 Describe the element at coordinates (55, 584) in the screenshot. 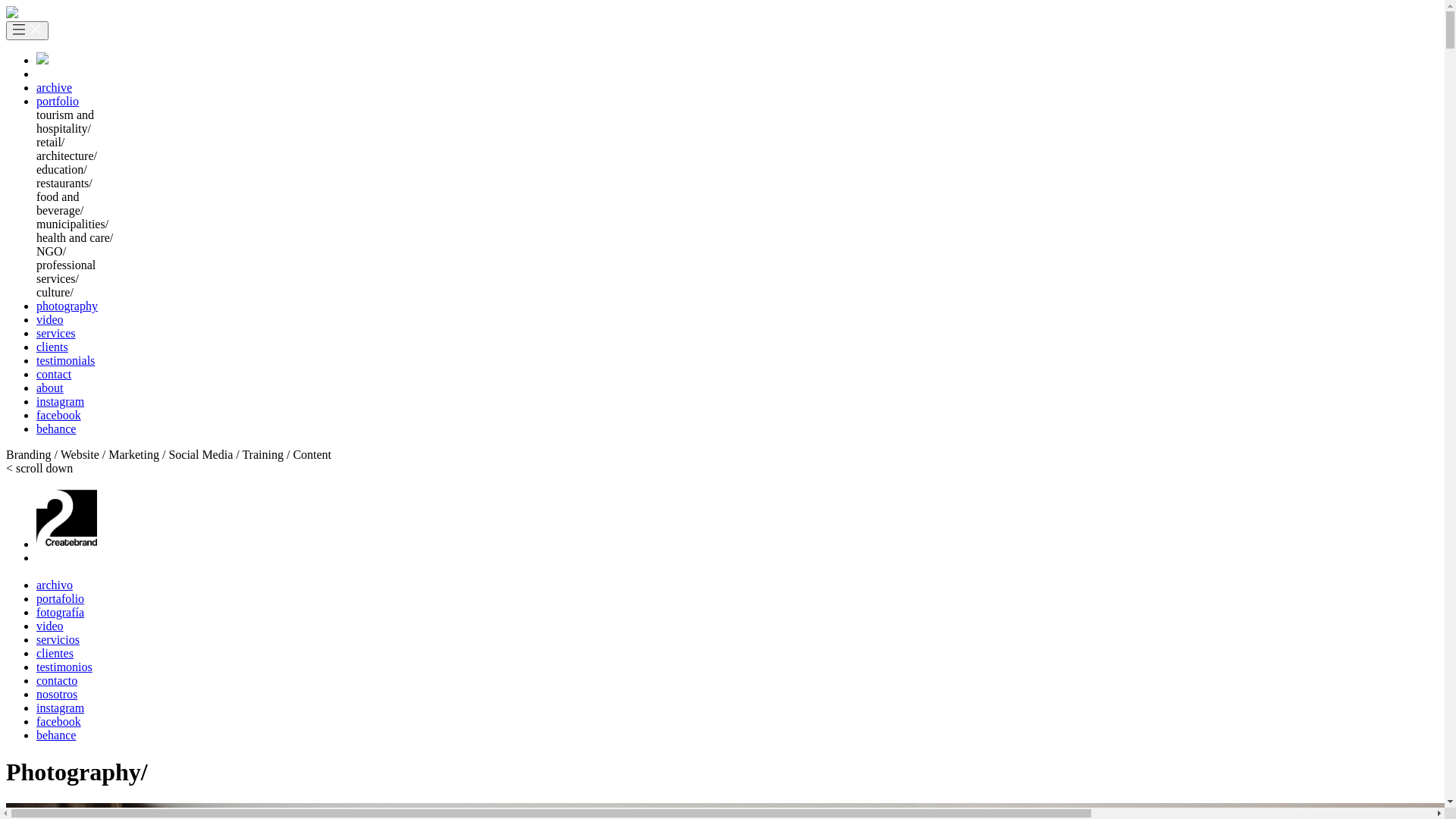

I see `'archivo'` at that location.